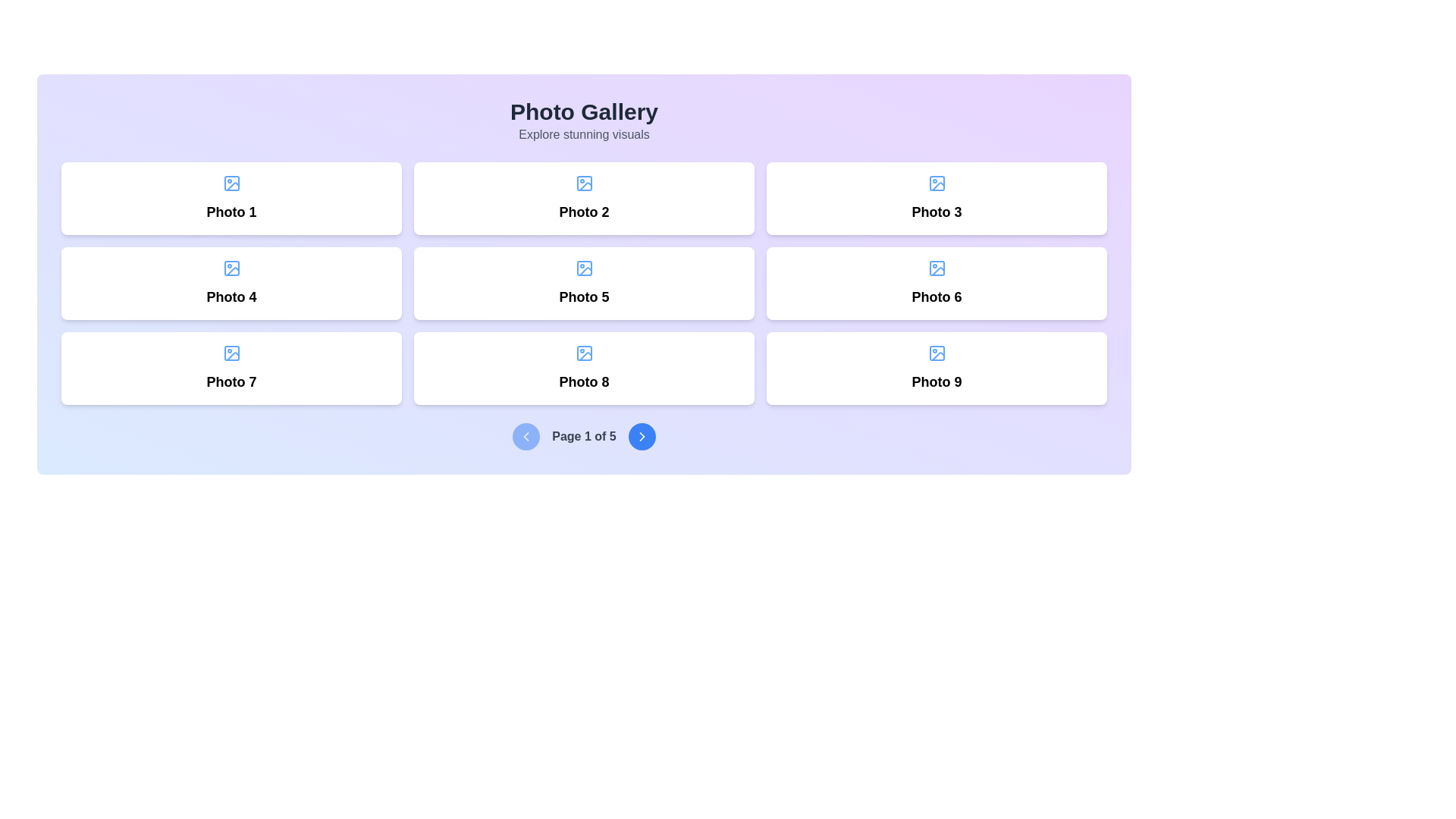 Image resolution: width=1456 pixels, height=819 pixels. What do you see at coordinates (936, 183) in the screenshot?
I see `the image placeholder icon located in the top section of the card labeled 'Photo 3' in the photo grid, which is centered above the text 'Photo 3'` at bounding box center [936, 183].